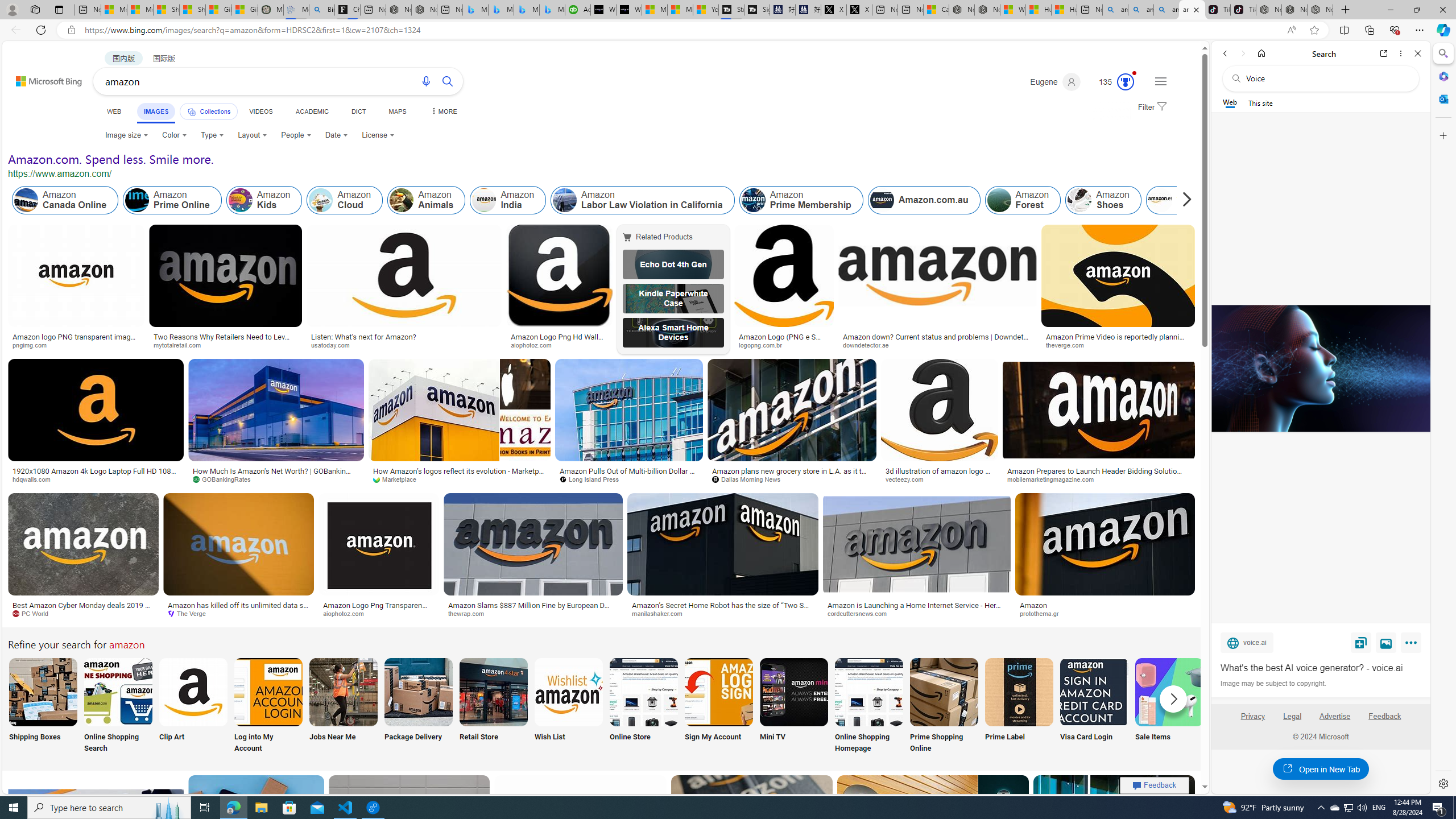 The height and width of the screenshot is (819, 1456). Describe the element at coordinates (1268, 9) in the screenshot. I see `'Nordace - Best Sellers'` at that location.